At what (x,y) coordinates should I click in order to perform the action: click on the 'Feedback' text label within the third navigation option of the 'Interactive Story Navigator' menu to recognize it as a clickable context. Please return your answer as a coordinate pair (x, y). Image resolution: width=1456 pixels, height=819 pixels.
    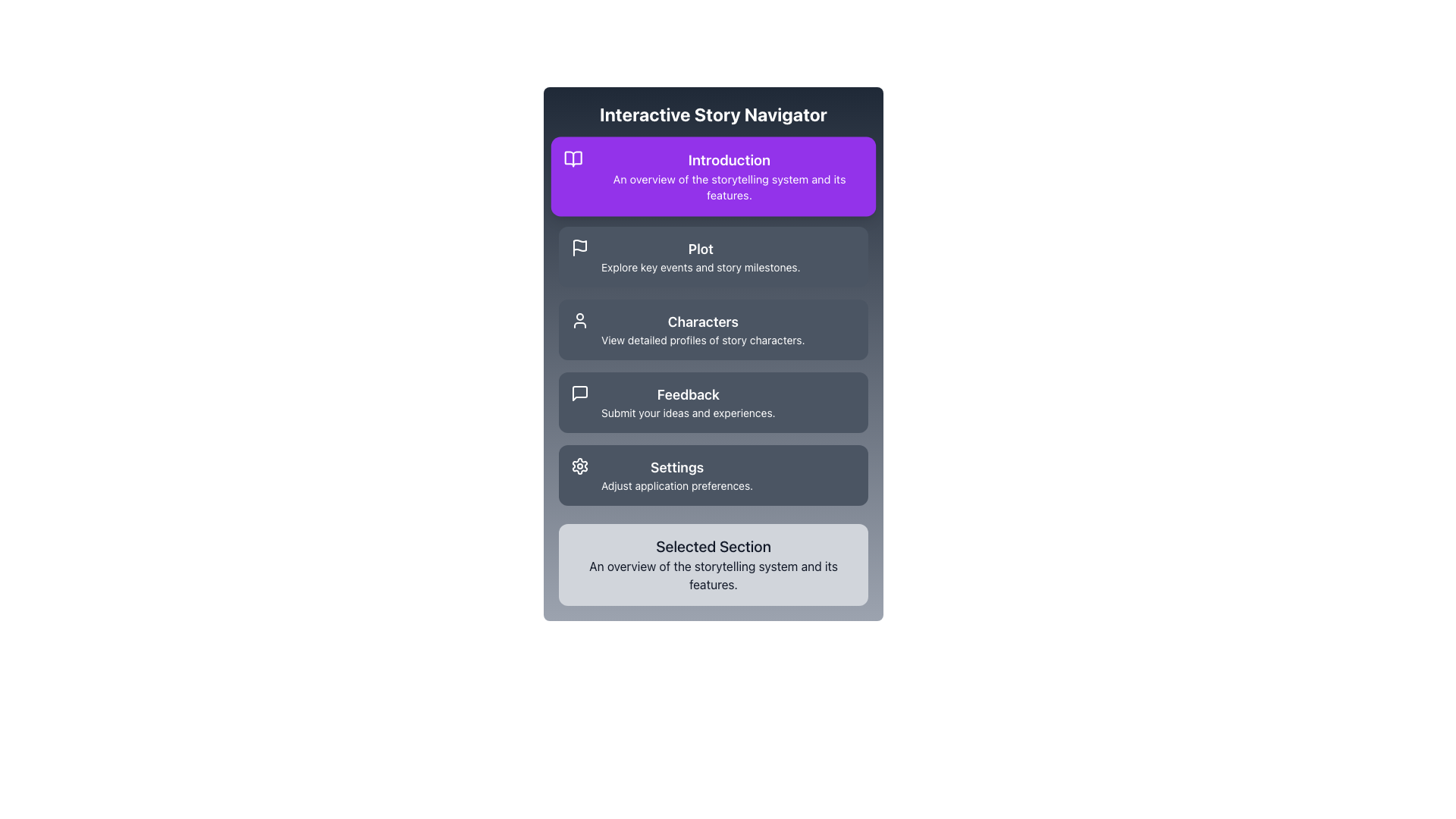
    Looking at the image, I should click on (687, 402).